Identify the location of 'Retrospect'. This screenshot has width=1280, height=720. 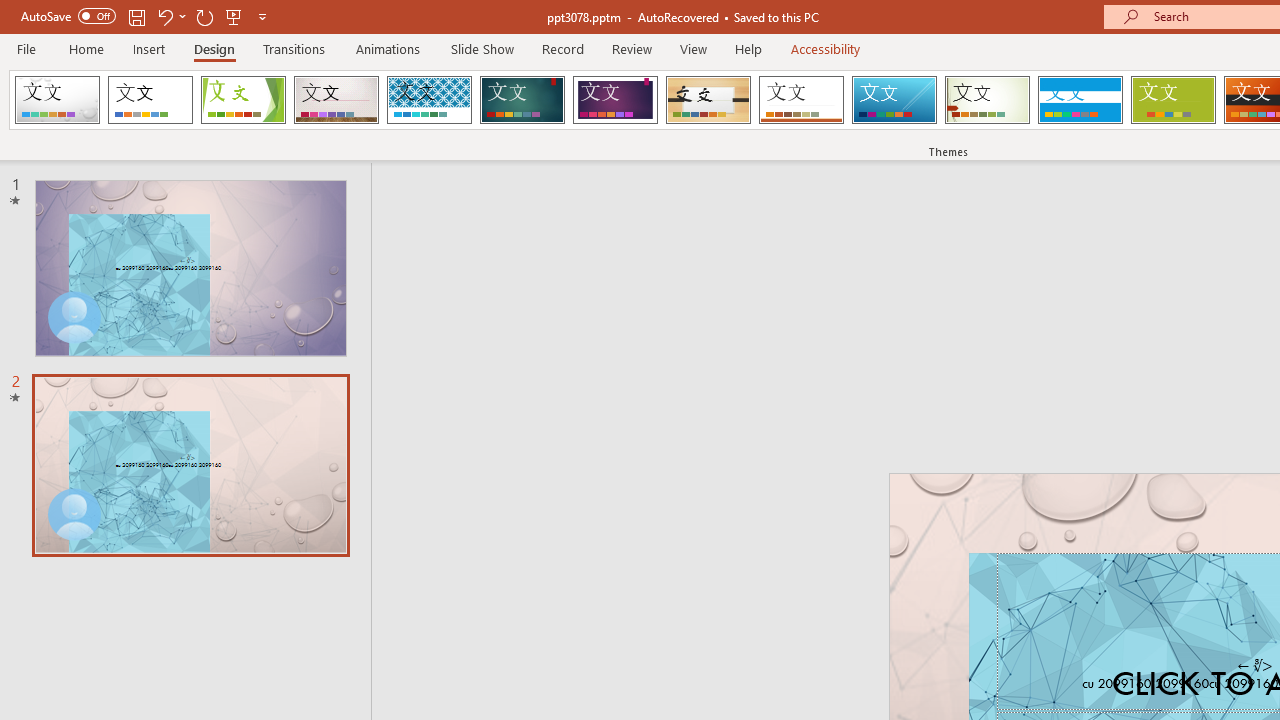
(801, 100).